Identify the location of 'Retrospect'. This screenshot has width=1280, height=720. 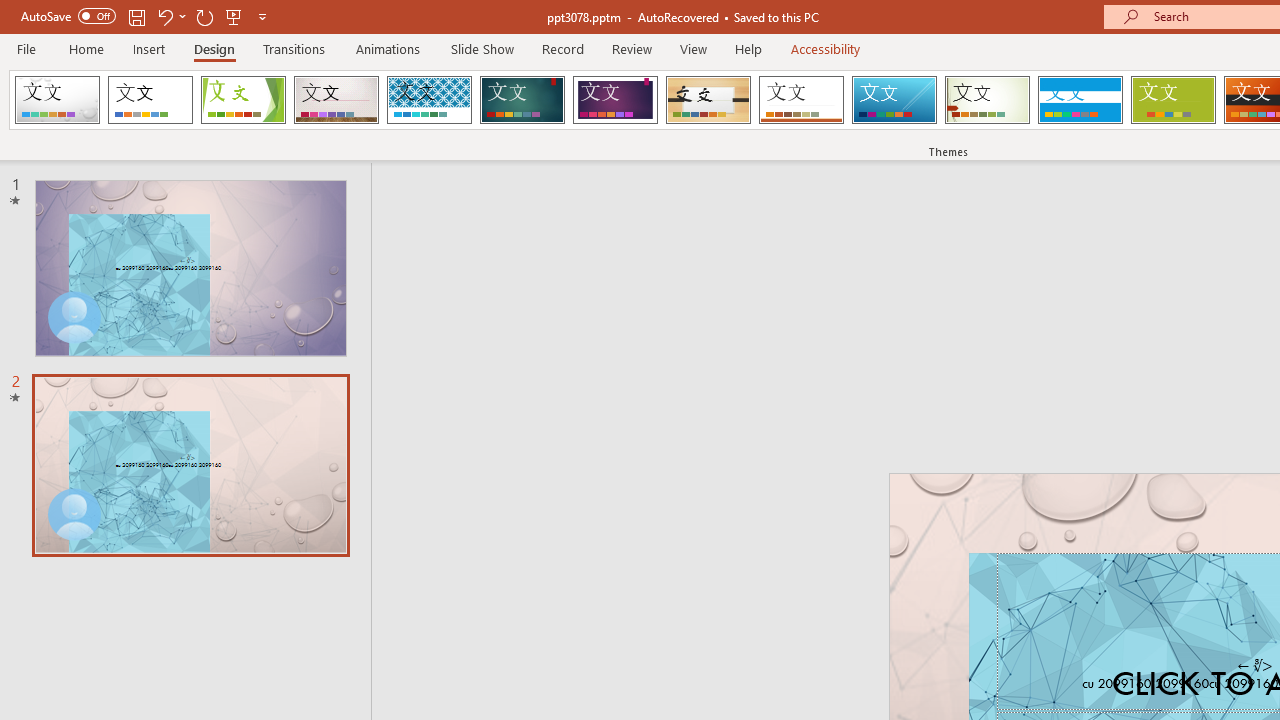
(801, 100).